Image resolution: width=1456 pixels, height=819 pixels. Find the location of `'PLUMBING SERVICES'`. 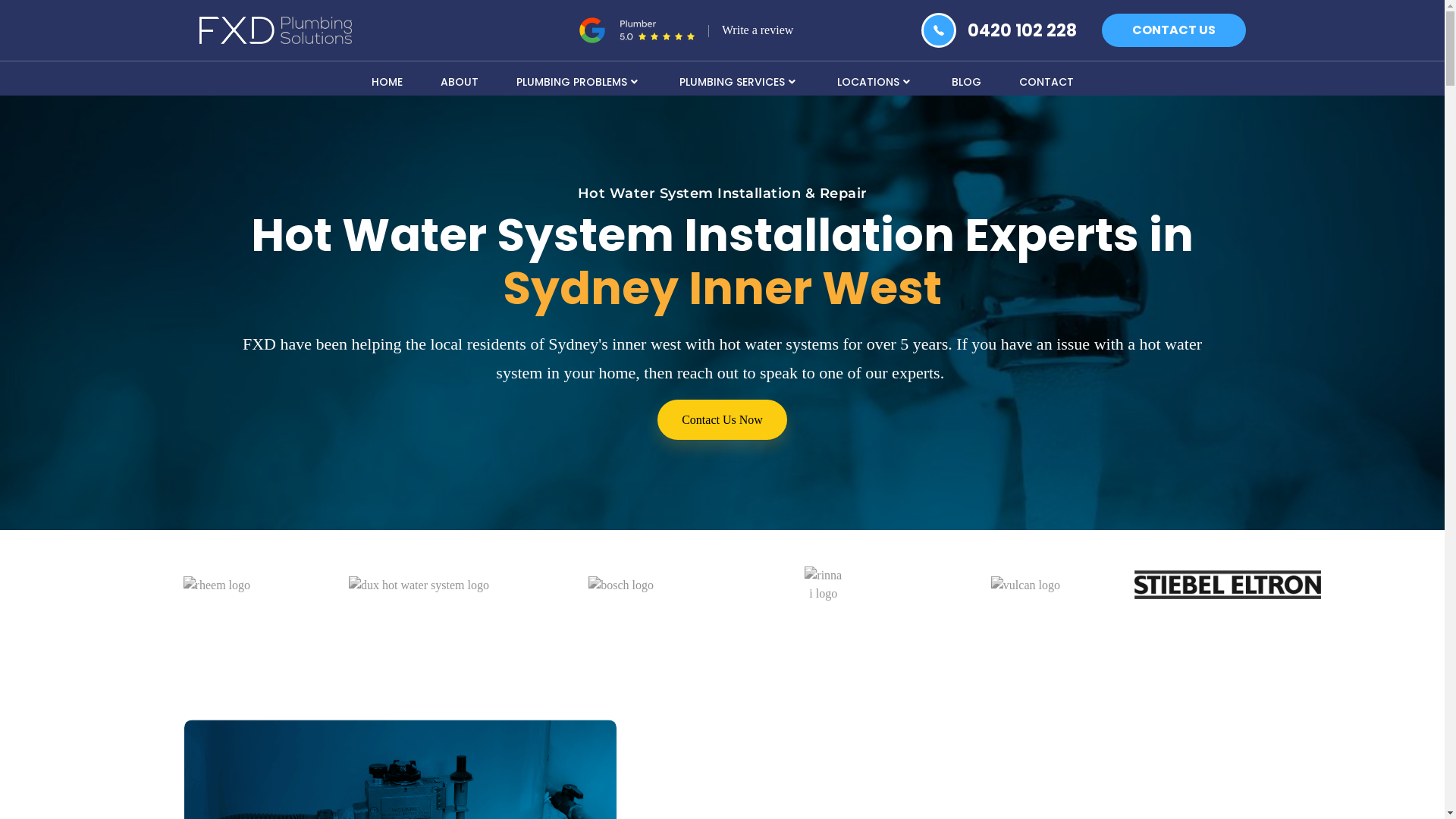

'PLUMBING SERVICES' is located at coordinates (739, 80).